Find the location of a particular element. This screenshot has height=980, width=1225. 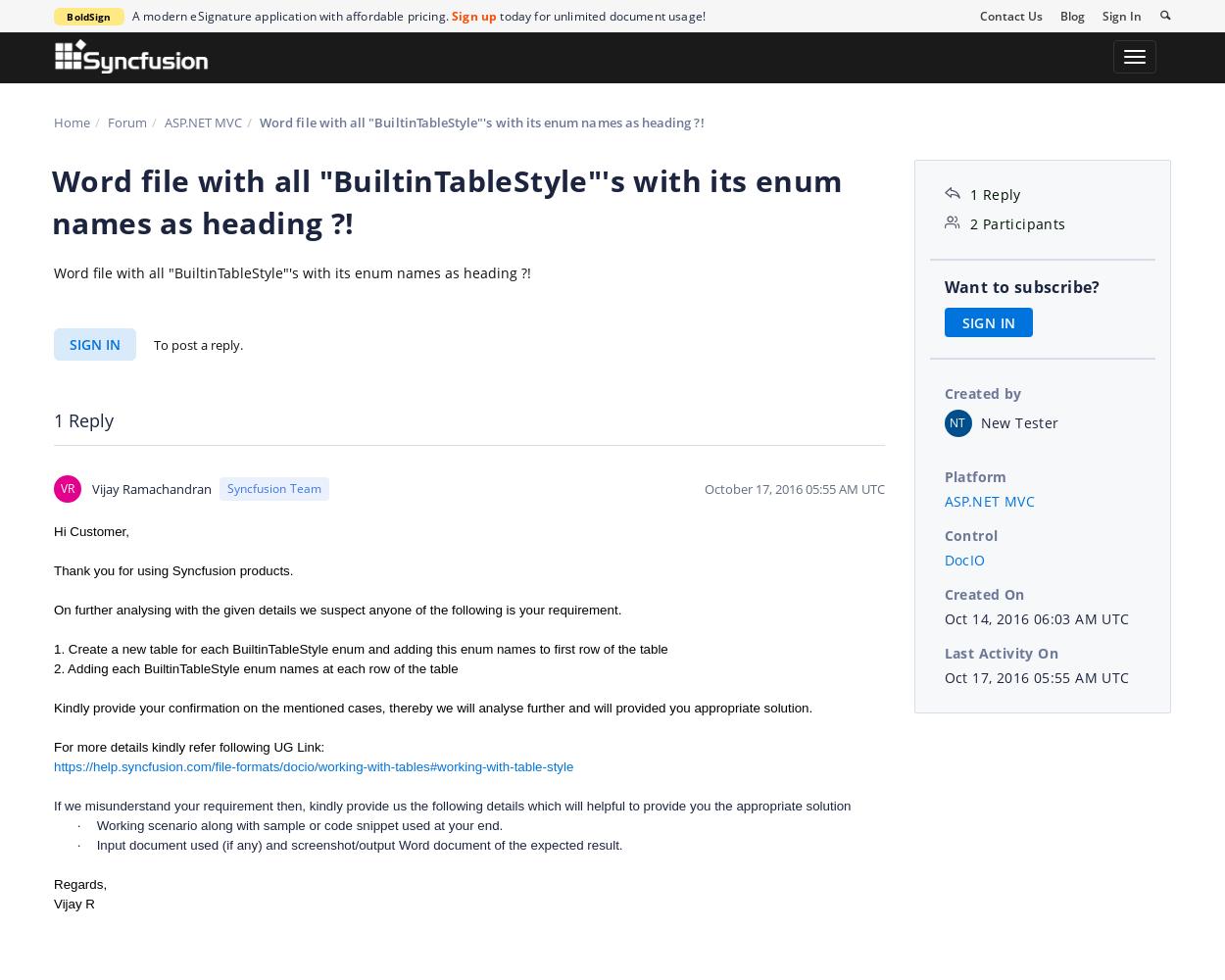

'2 Participants' is located at coordinates (1017, 221).